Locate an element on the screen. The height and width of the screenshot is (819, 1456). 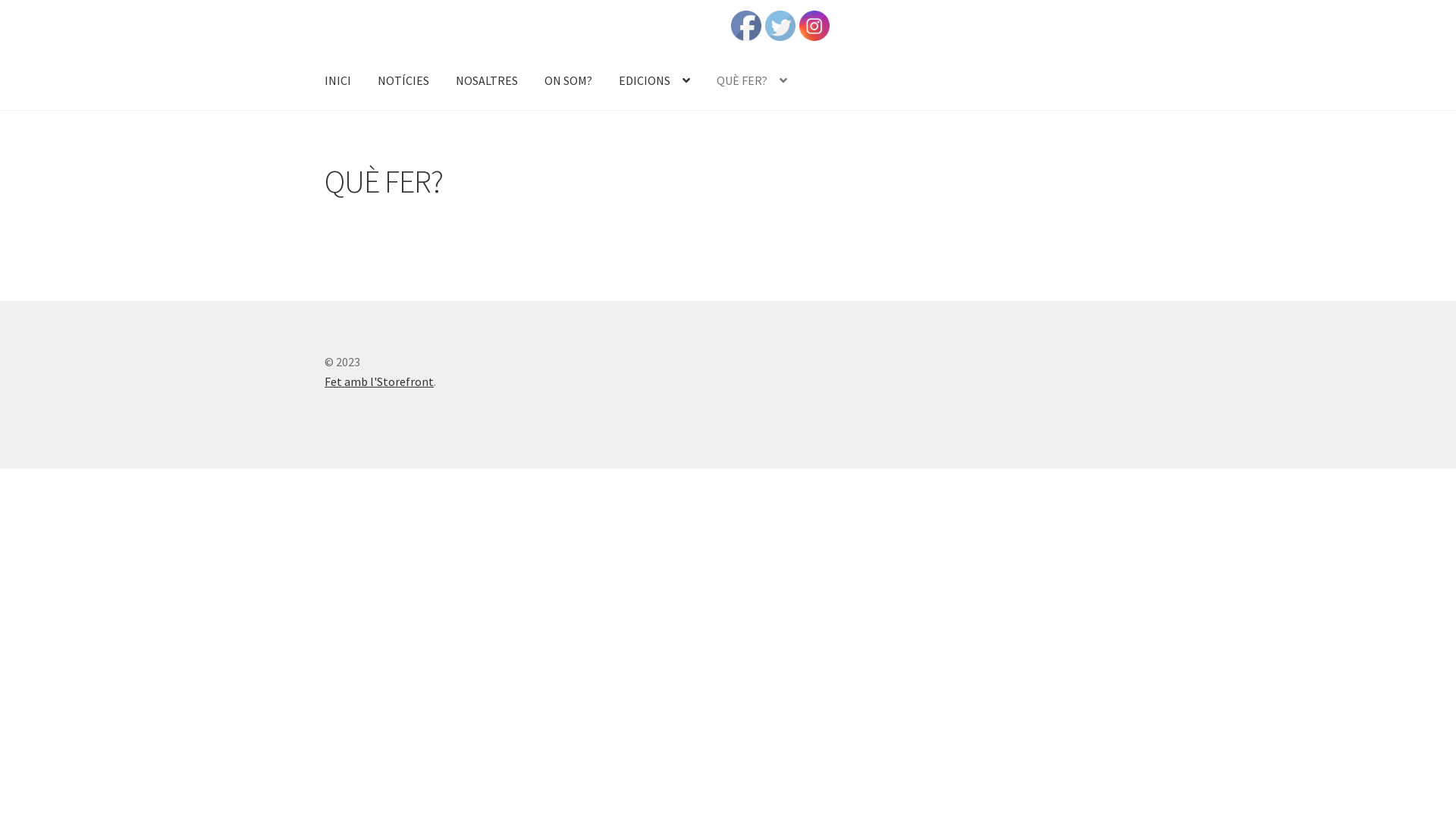
'Facebook' is located at coordinates (745, 26).